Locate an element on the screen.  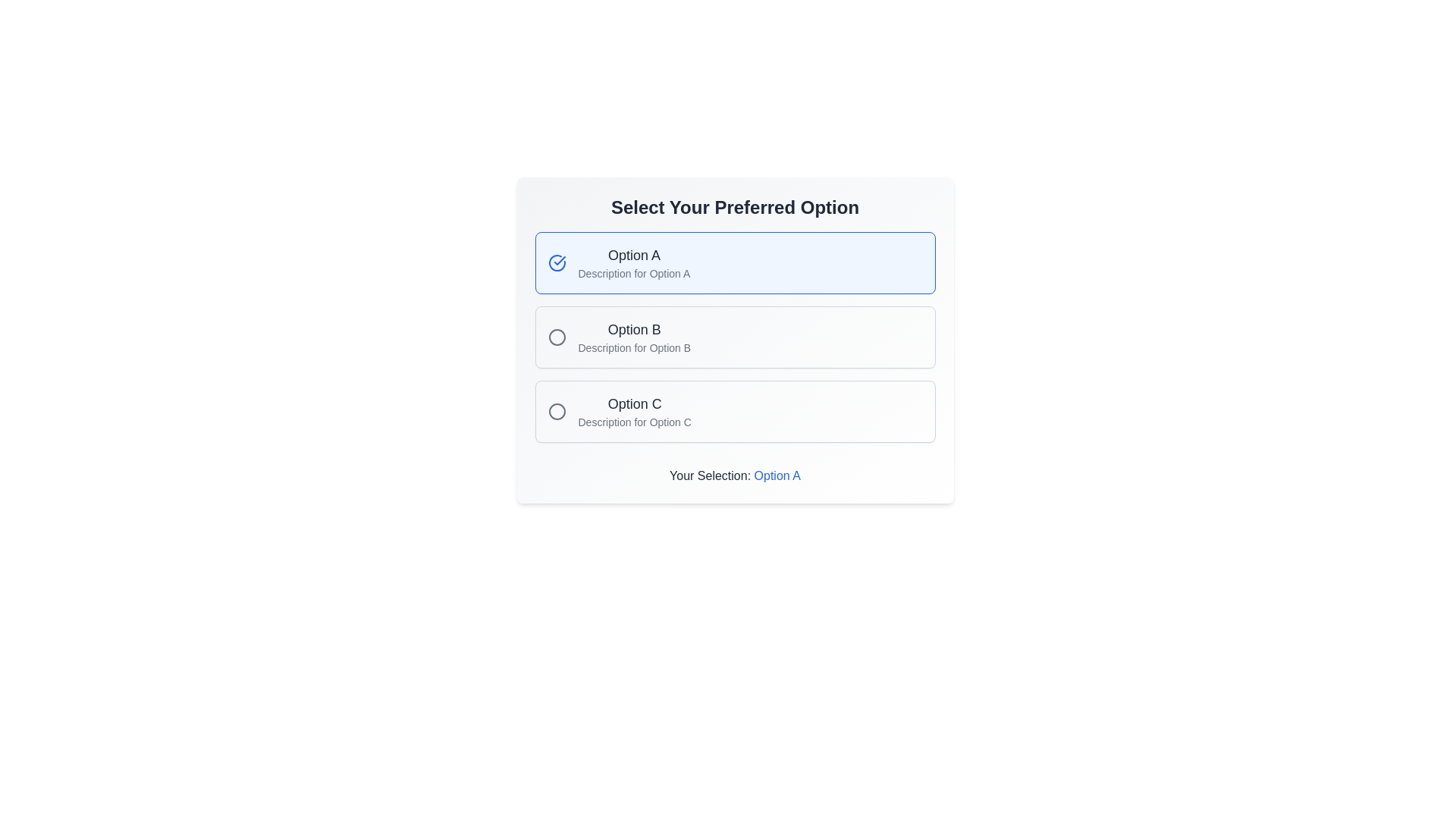
the text label 'Option A' which is displayed in a medium-sized, bold gray font within a blue bordered selection box, positioned above its description is located at coordinates (634, 254).